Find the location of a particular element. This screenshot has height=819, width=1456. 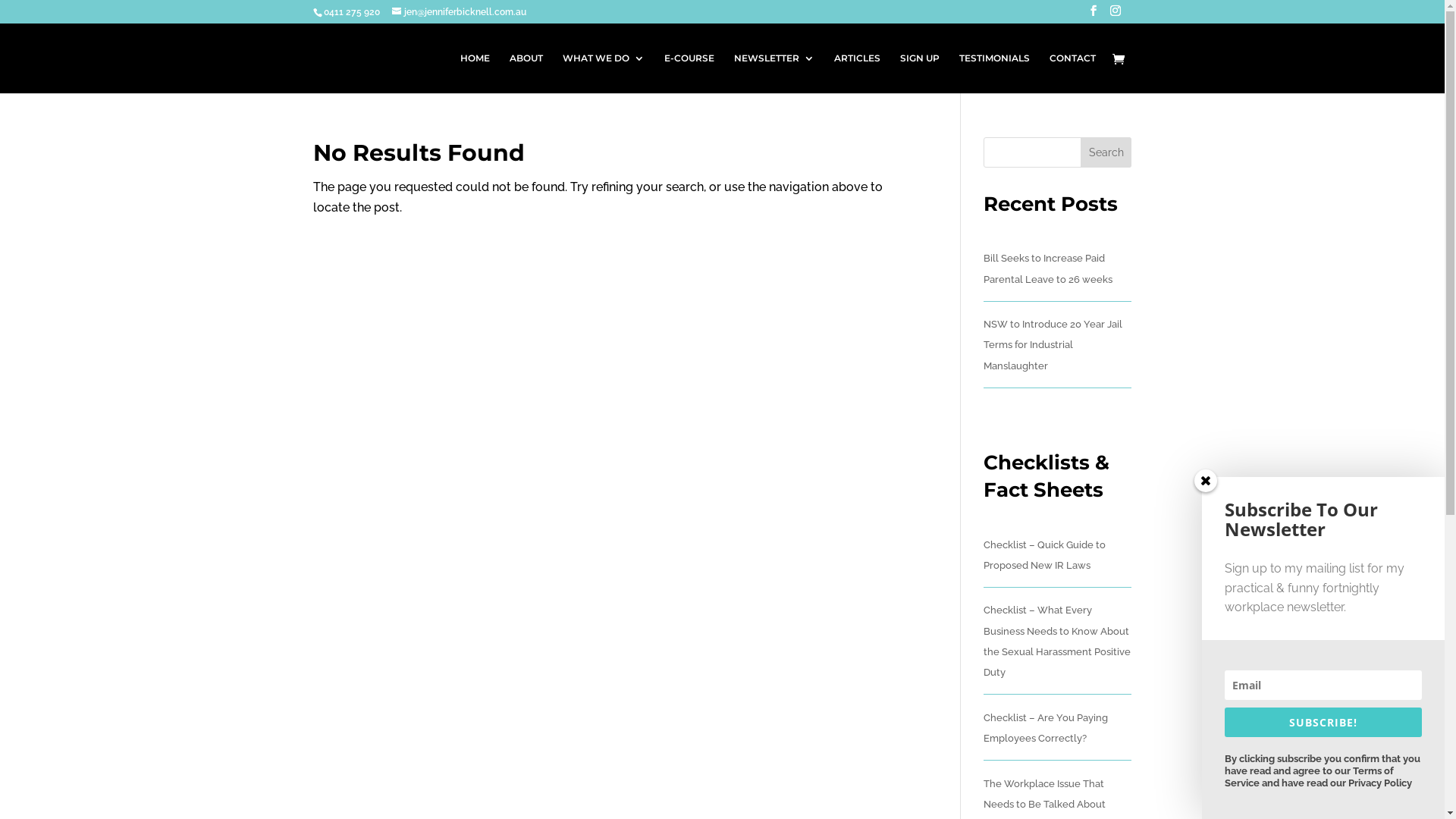

'Bill Seeks to Increase Paid Parental Leave to 26 weeks' is located at coordinates (983, 268).